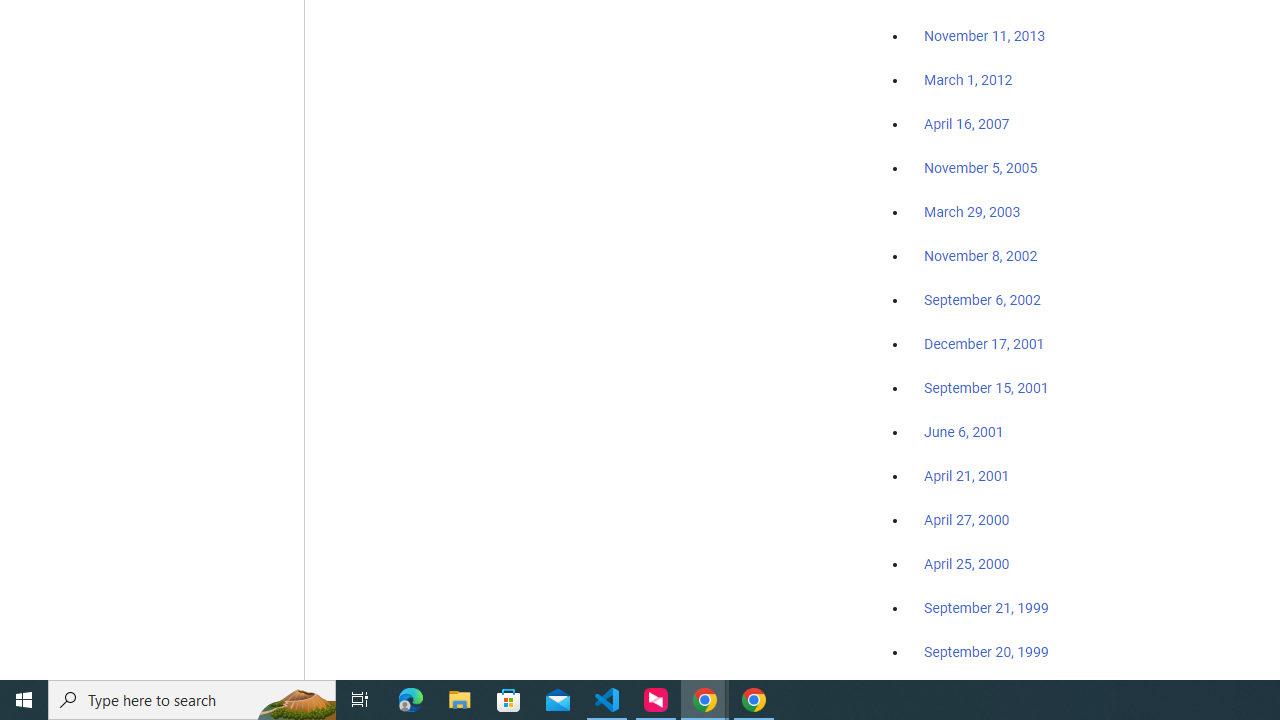 Image resolution: width=1280 pixels, height=720 pixels. I want to click on 'November 11, 2013', so click(984, 37).